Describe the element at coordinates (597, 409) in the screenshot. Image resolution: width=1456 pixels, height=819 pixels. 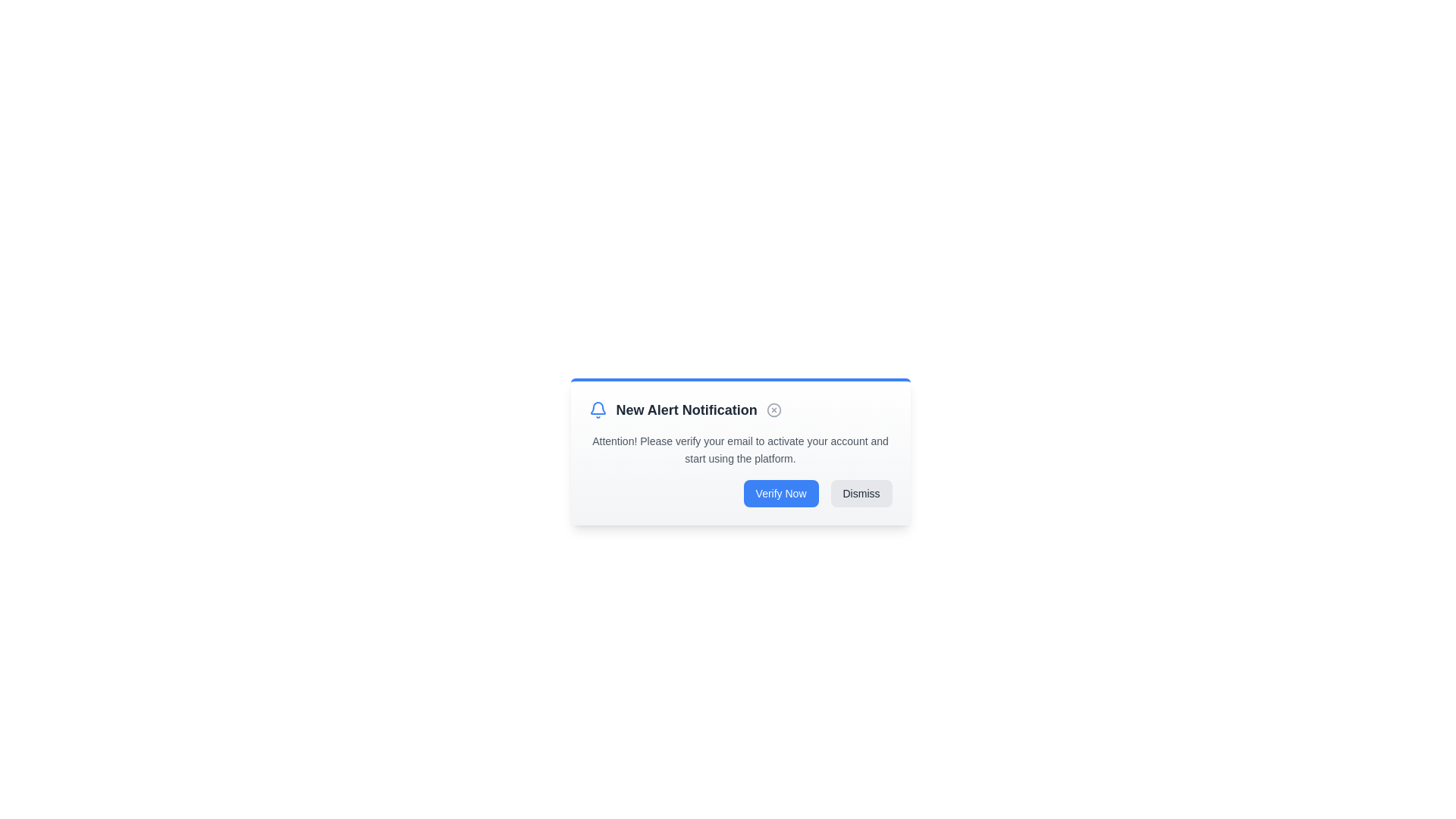
I see `the blue bell icon, which is the first element in the notification box, located to the left of the title 'New Alert Notification'` at that location.